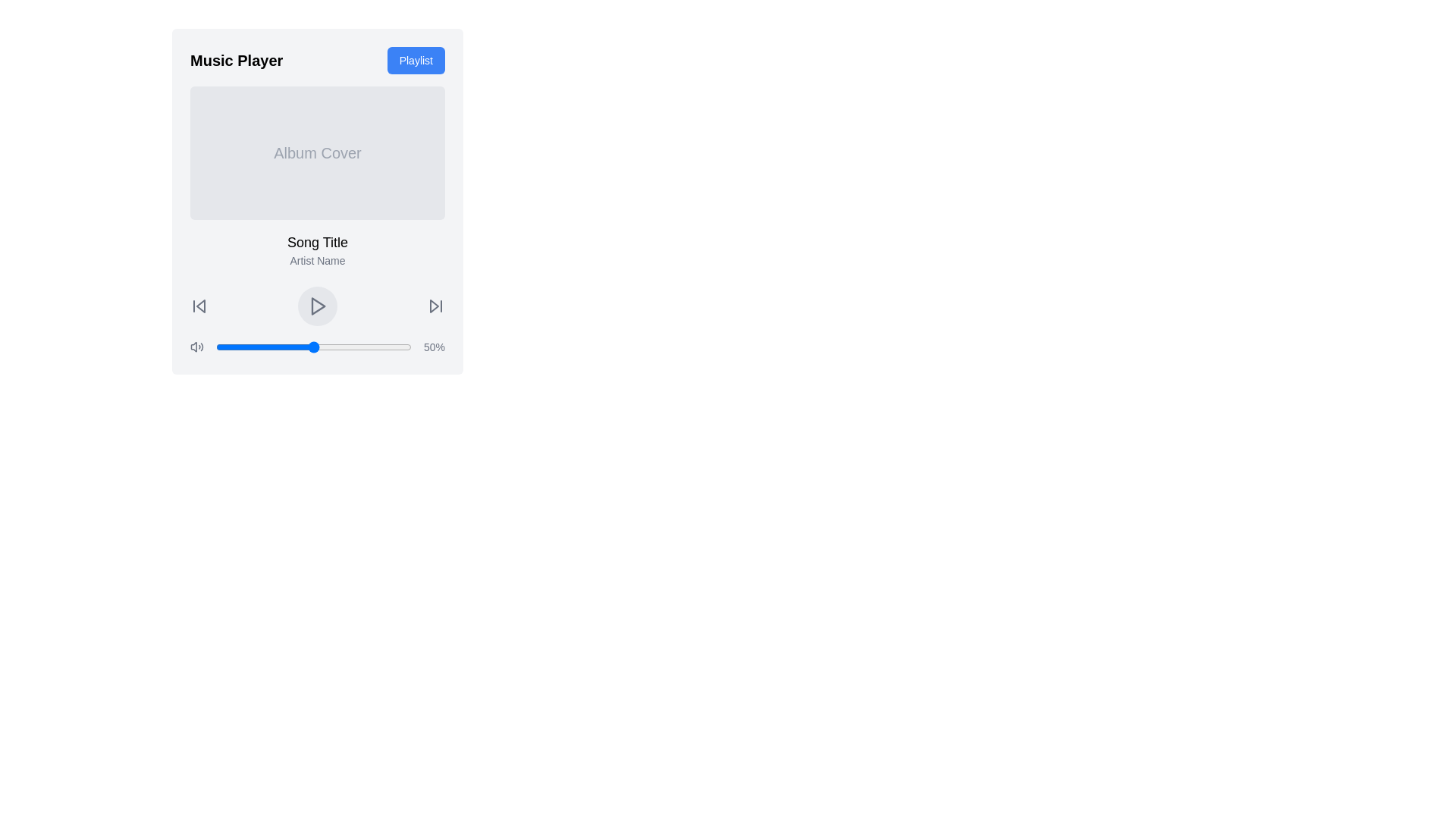 This screenshot has height=819, width=1456. Describe the element at coordinates (316, 242) in the screenshot. I see `the Text Label displaying the title of the current song in the media player, which is centered at the top of the interface` at that location.